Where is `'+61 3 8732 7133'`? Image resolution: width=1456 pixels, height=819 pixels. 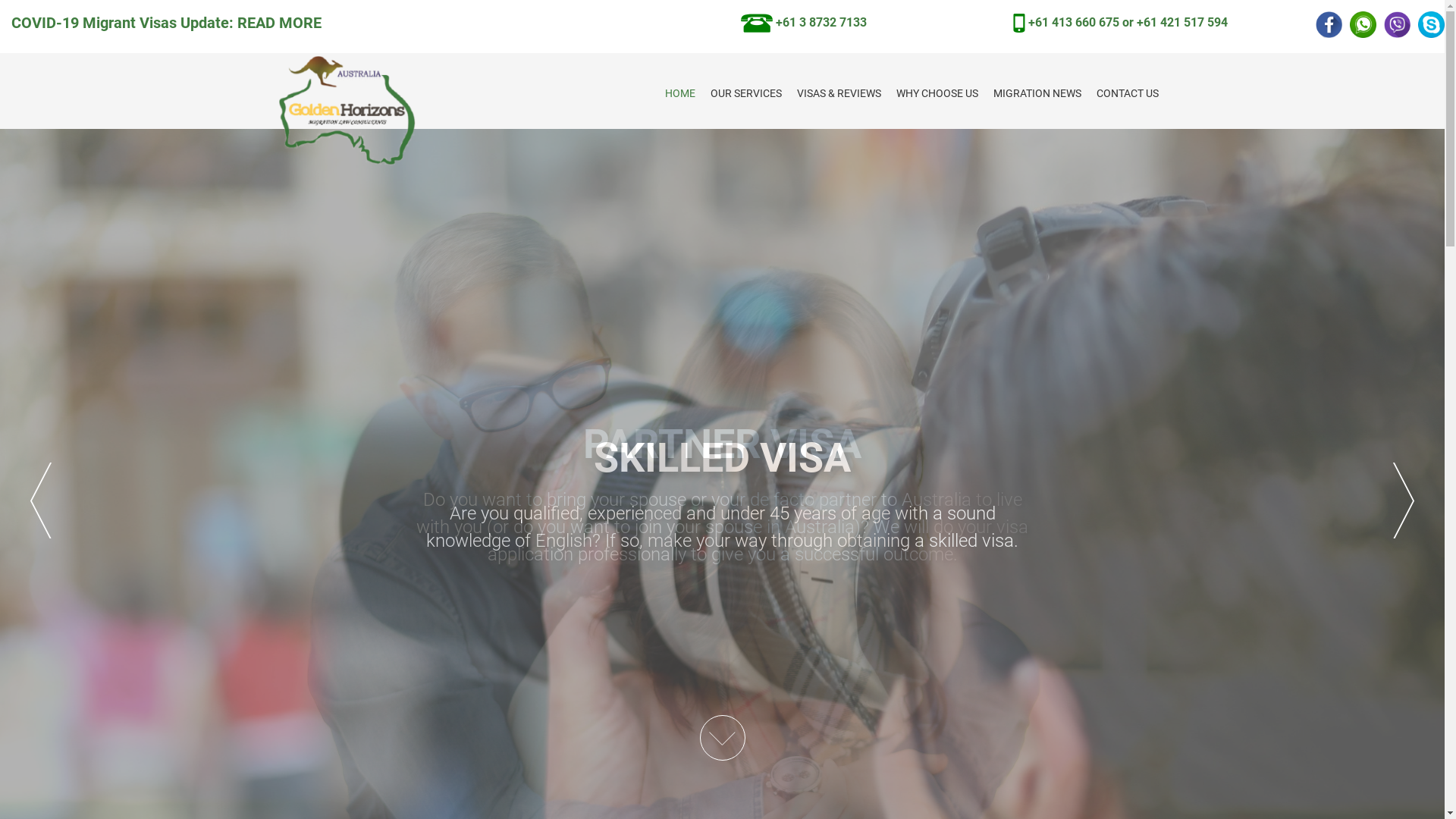 '+61 3 8732 7133' is located at coordinates (803, 22).